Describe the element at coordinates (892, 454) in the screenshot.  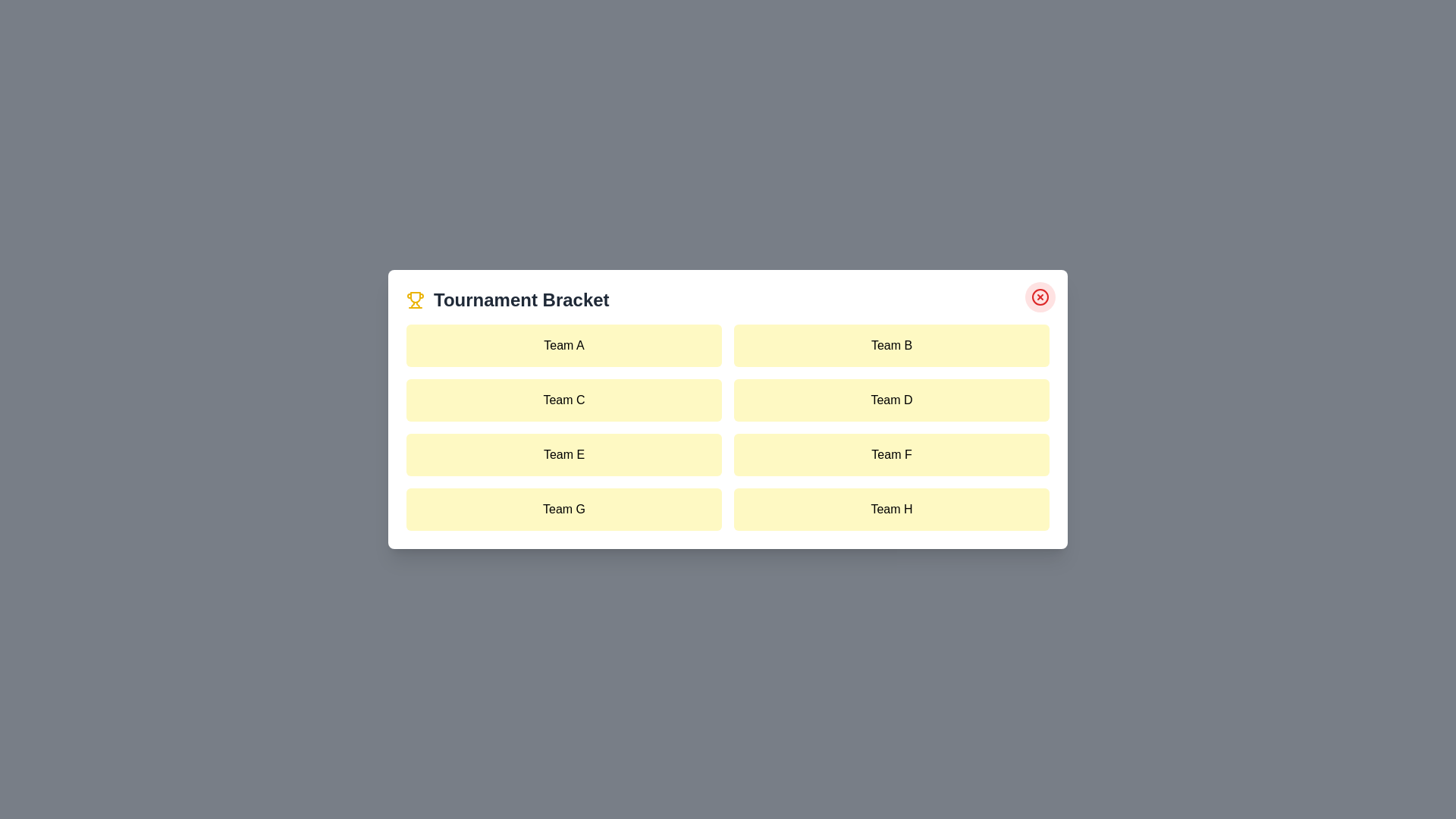
I see `the team item labeled Team F` at that location.